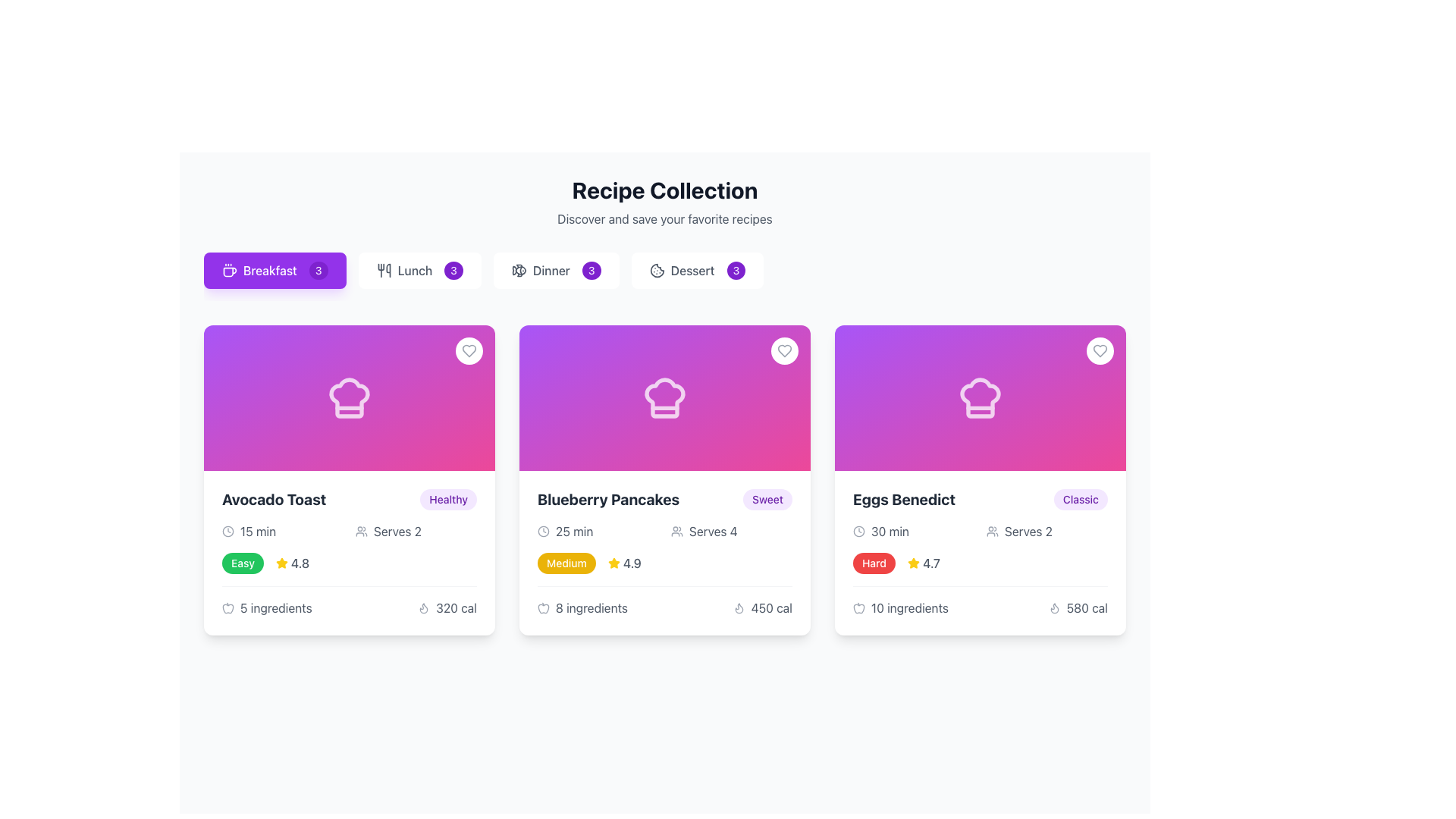  What do you see at coordinates (712, 531) in the screenshot?
I see `text of the label indicating the serving size for the 'Blueberry Pancakes' recipe, which states that it serves 4 people` at bounding box center [712, 531].